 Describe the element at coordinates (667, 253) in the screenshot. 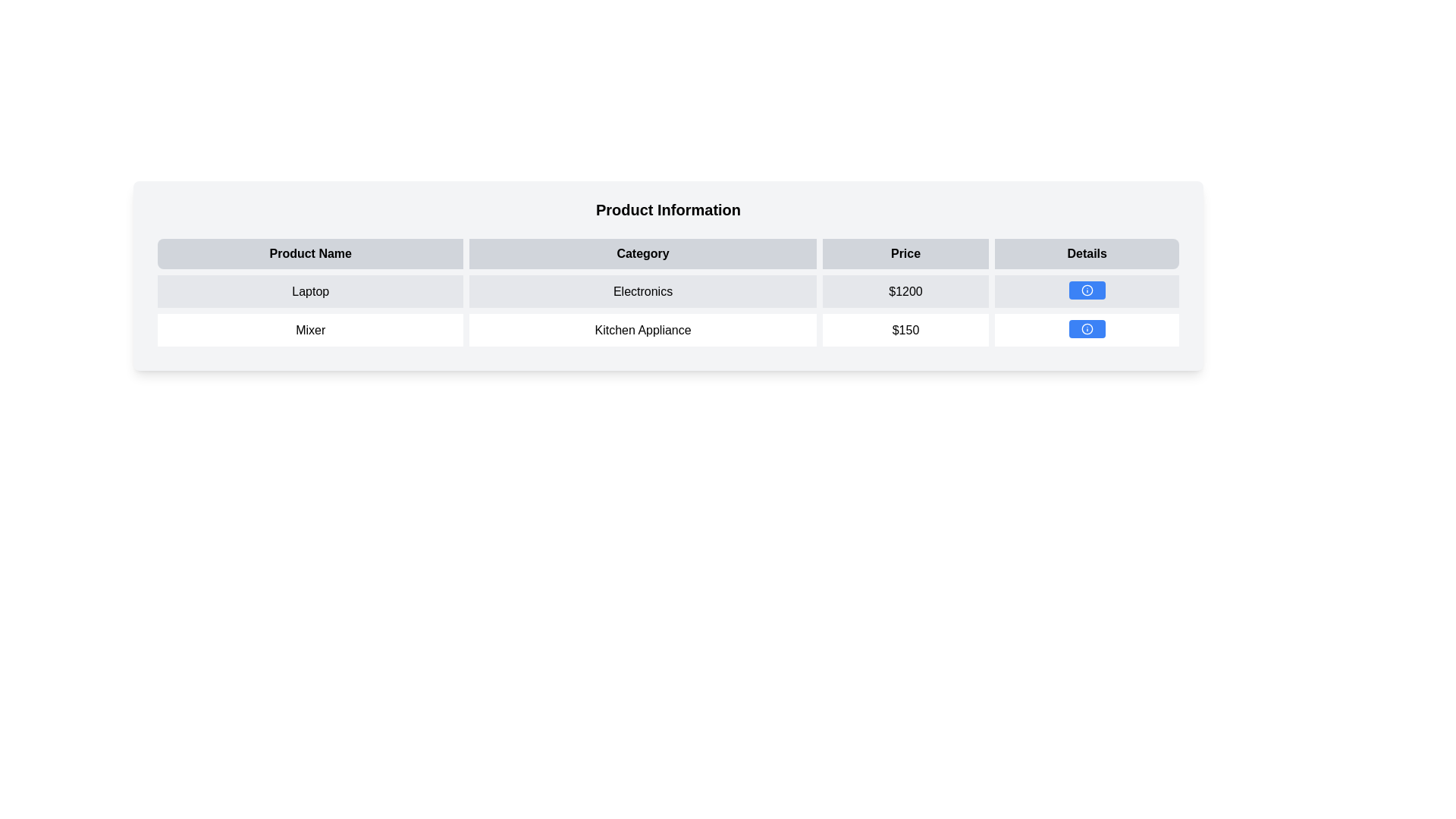

I see `the label text of the second table header cell, which indicates the category of the products listed below` at that location.